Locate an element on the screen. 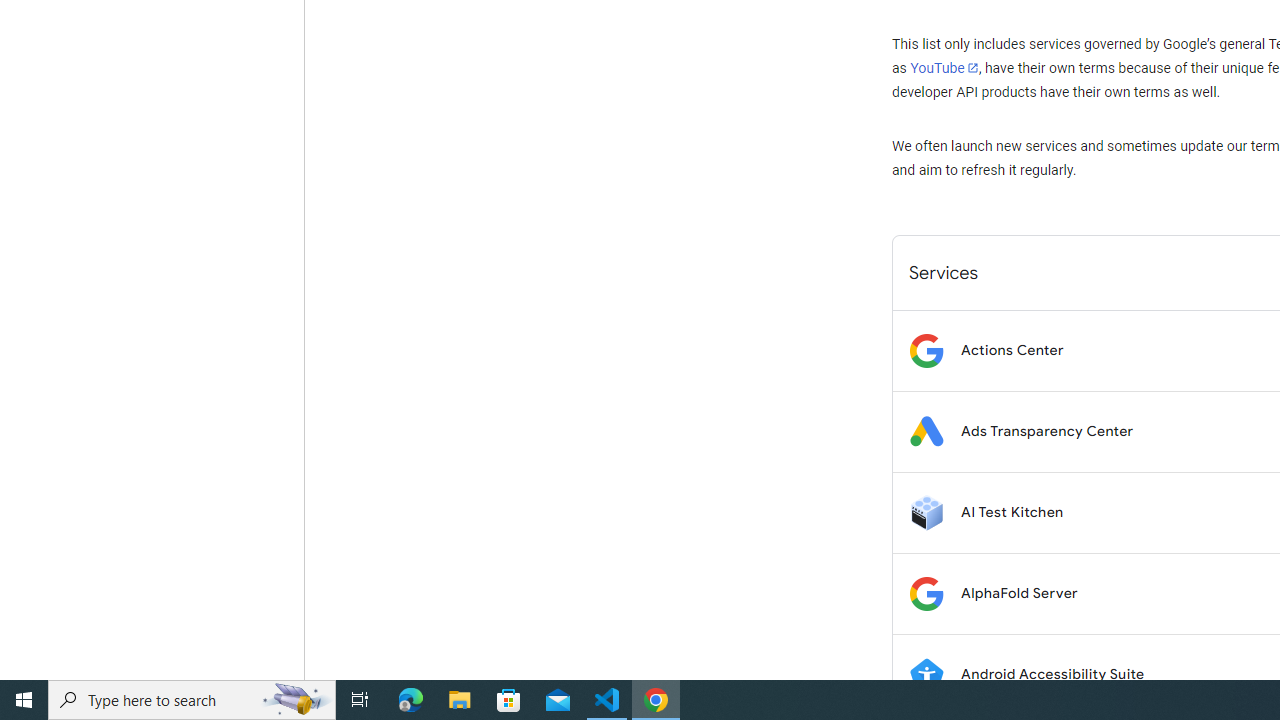  'Logo for Actions Center' is located at coordinates (925, 349).